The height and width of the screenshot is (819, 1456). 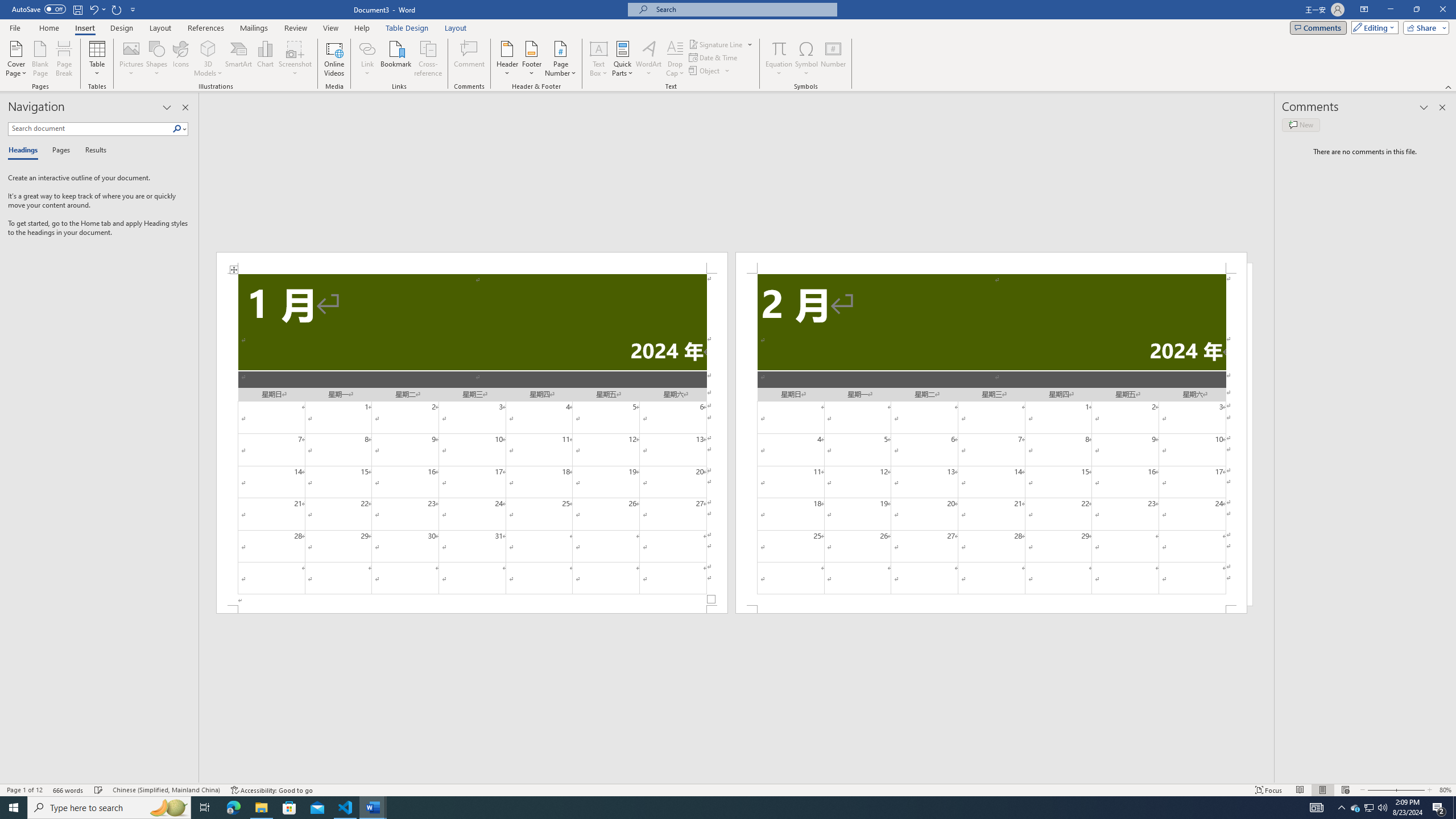 I want to click on 'Number...', so click(x=833, y=59).